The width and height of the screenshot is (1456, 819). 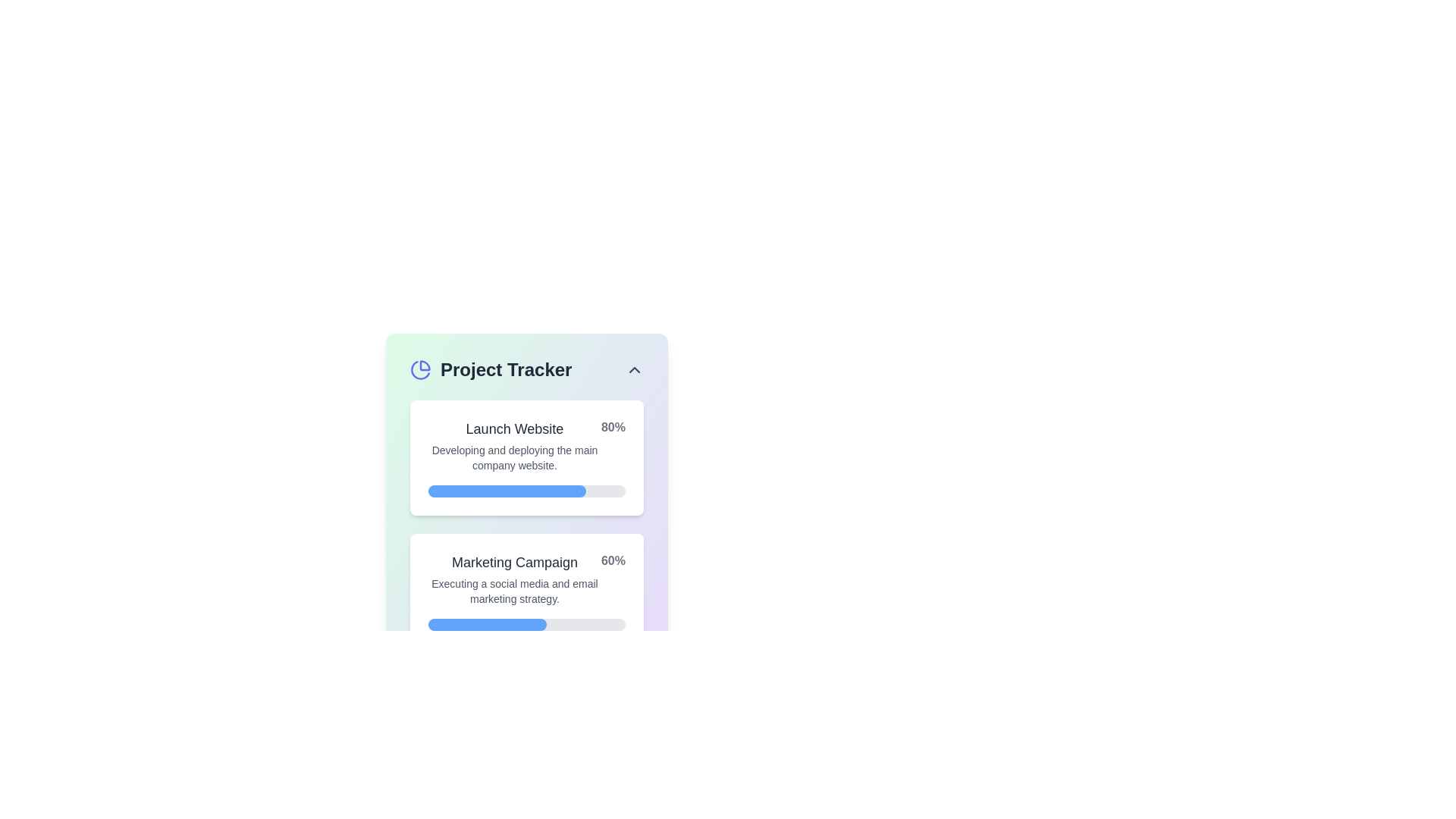 What do you see at coordinates (527, 491) in the screenshot?
I see `the progress bar with a light gray background and a blue colored segment, which is located within the 'Launch Website' card, below the text 'Developing and deploying the main company website.' and aligned with the '80%' text indicator` at bounding box center [527, 491].